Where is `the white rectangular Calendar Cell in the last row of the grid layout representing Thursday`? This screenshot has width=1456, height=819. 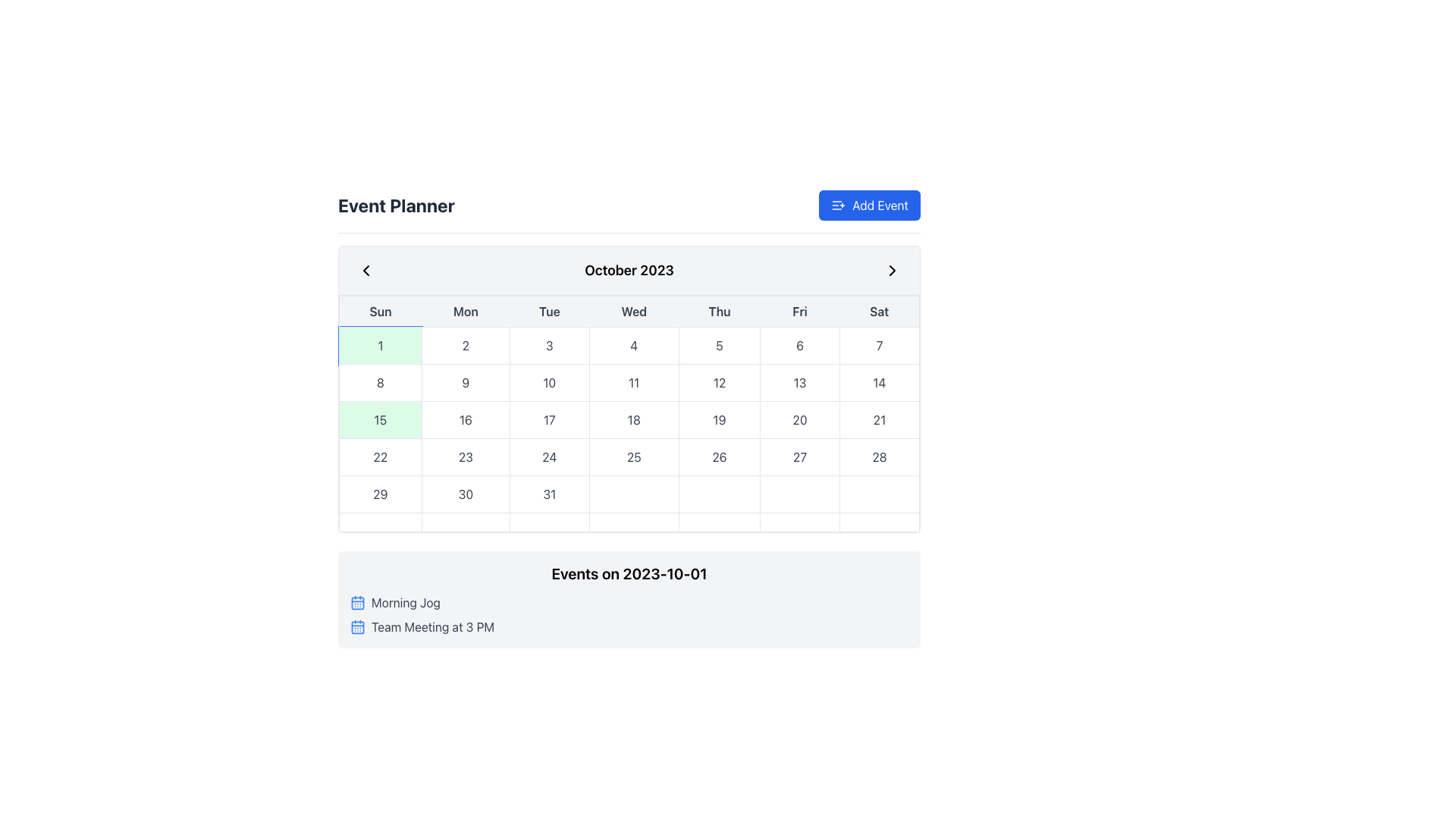
the white rectangular Calendar Cell in the last row of the grid layout representing Thursday is located at coordinates (719, 494).